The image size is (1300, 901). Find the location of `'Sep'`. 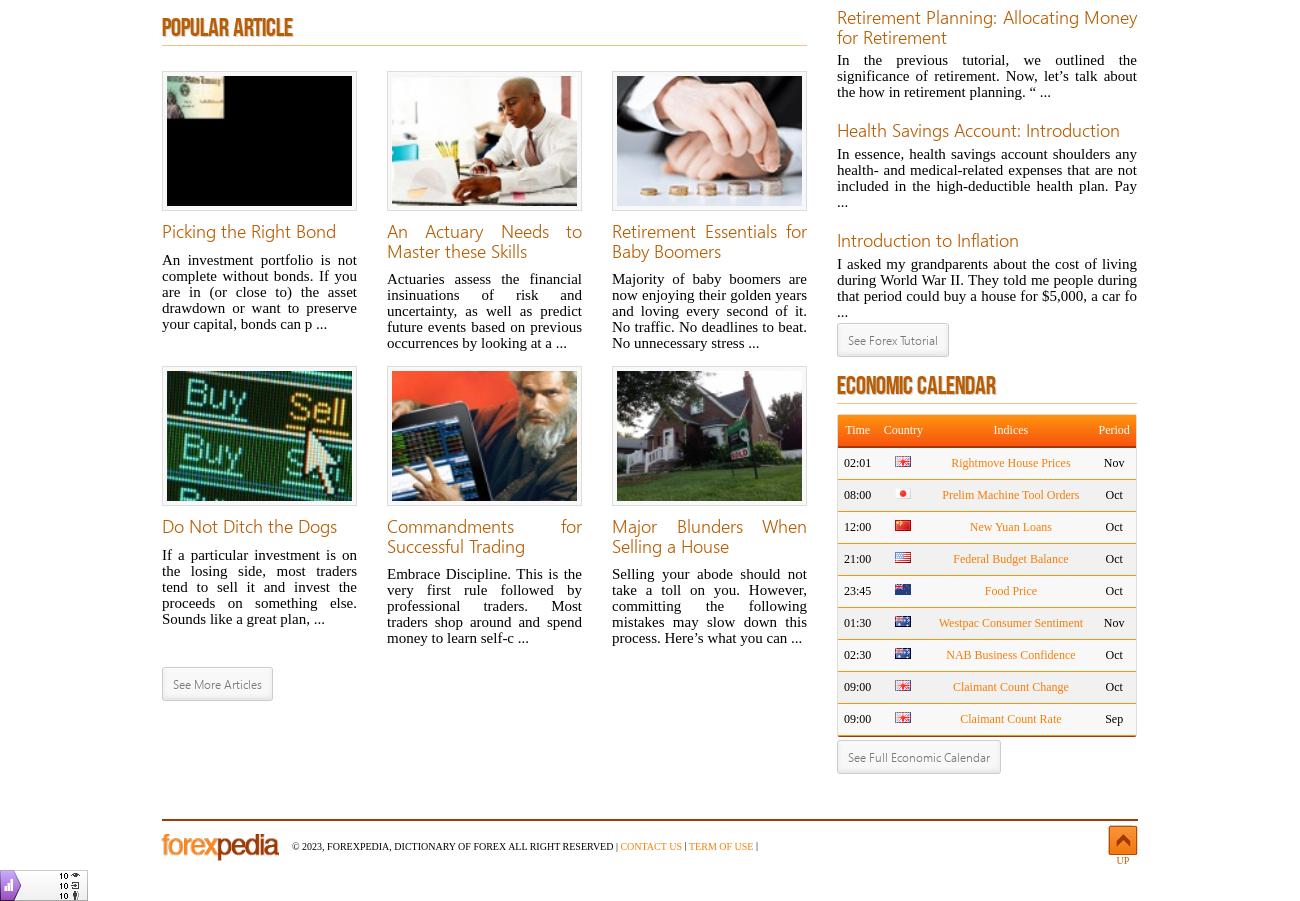

'Sep' is located at coordinates (1104, 718).